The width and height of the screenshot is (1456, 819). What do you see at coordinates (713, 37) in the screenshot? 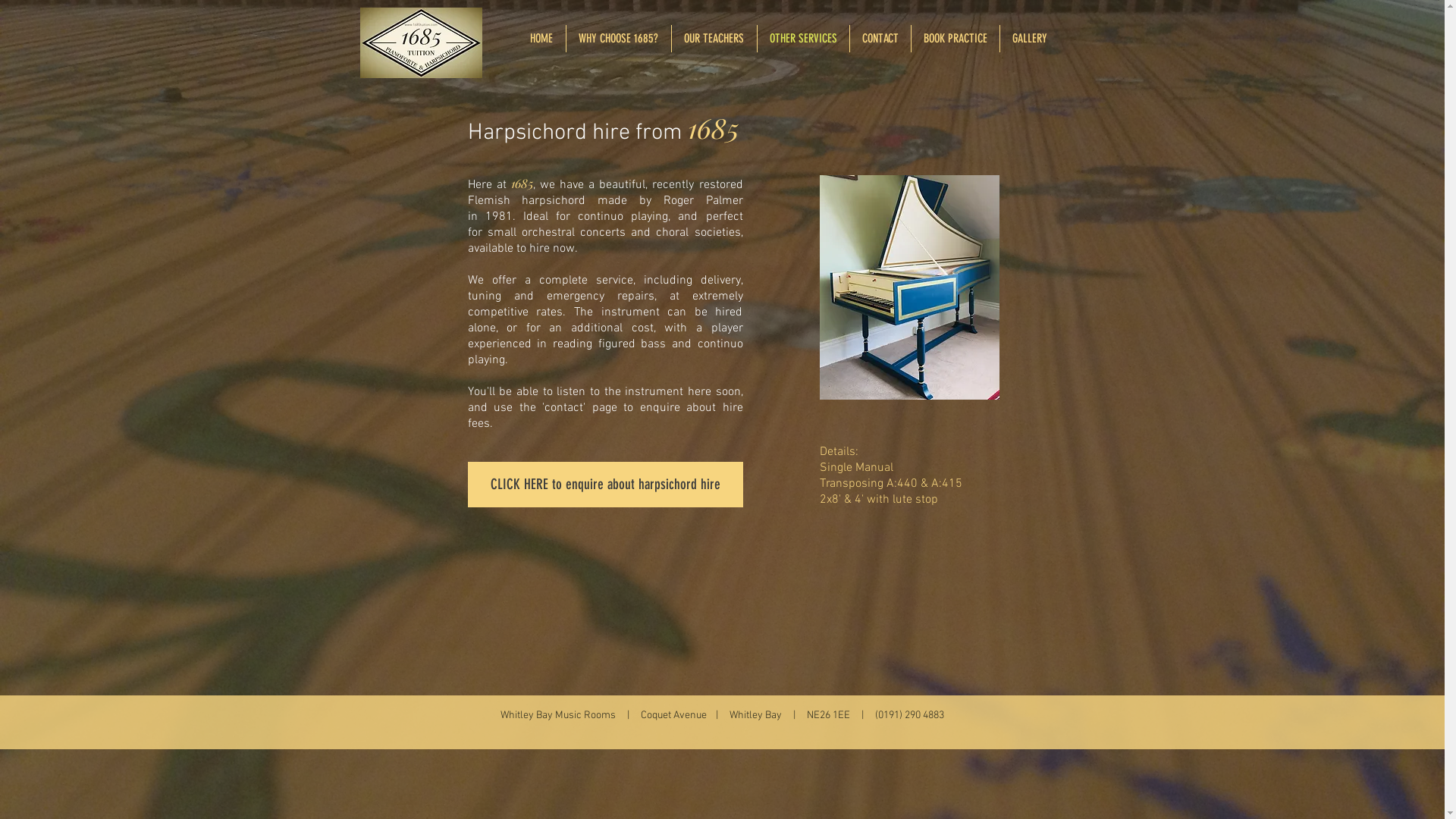
I see `'OUR TEACHERS'` at bounding box center [713, 37].